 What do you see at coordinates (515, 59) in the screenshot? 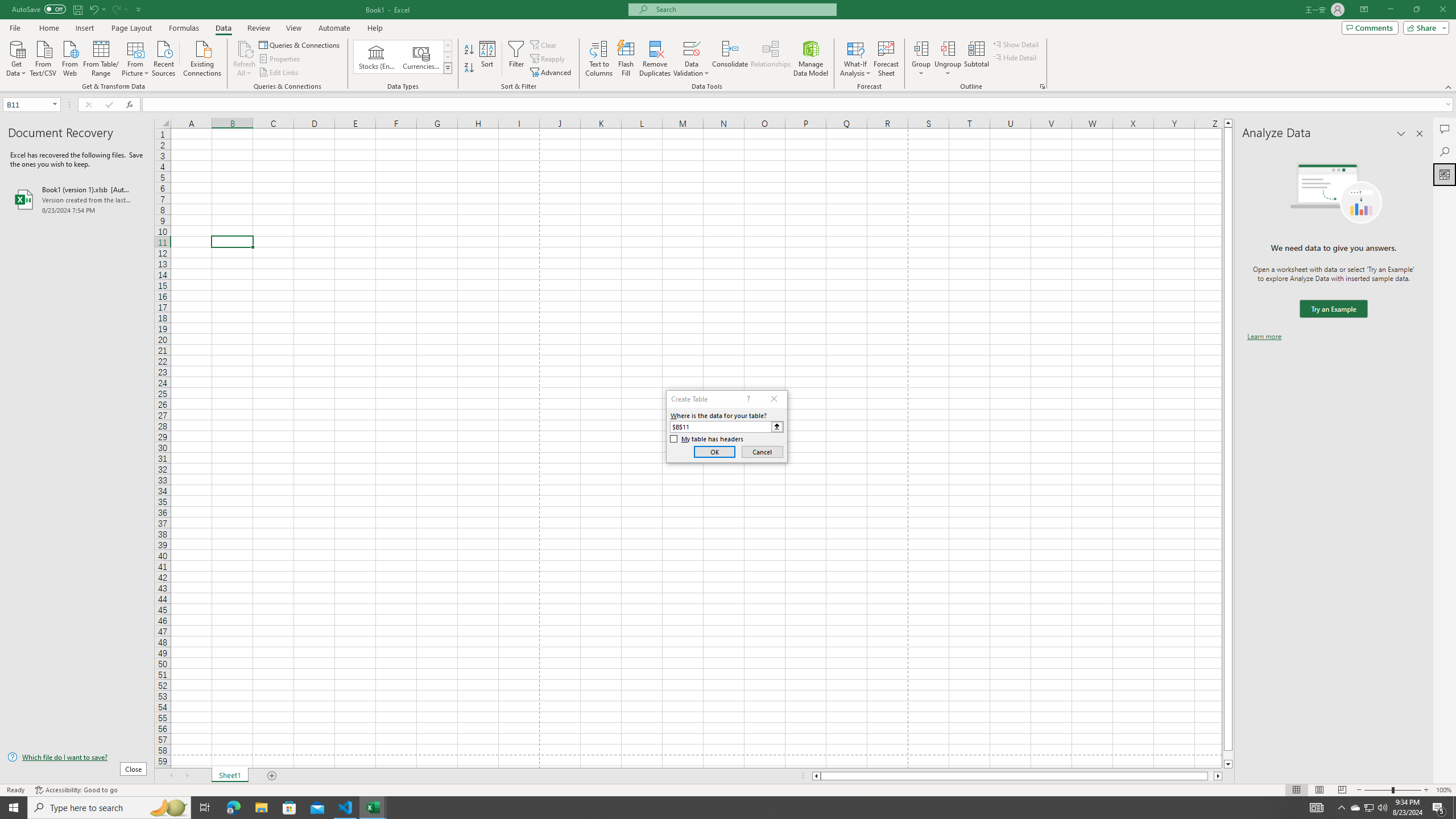
I see `'Filter'` at bounding box center [515, 59].